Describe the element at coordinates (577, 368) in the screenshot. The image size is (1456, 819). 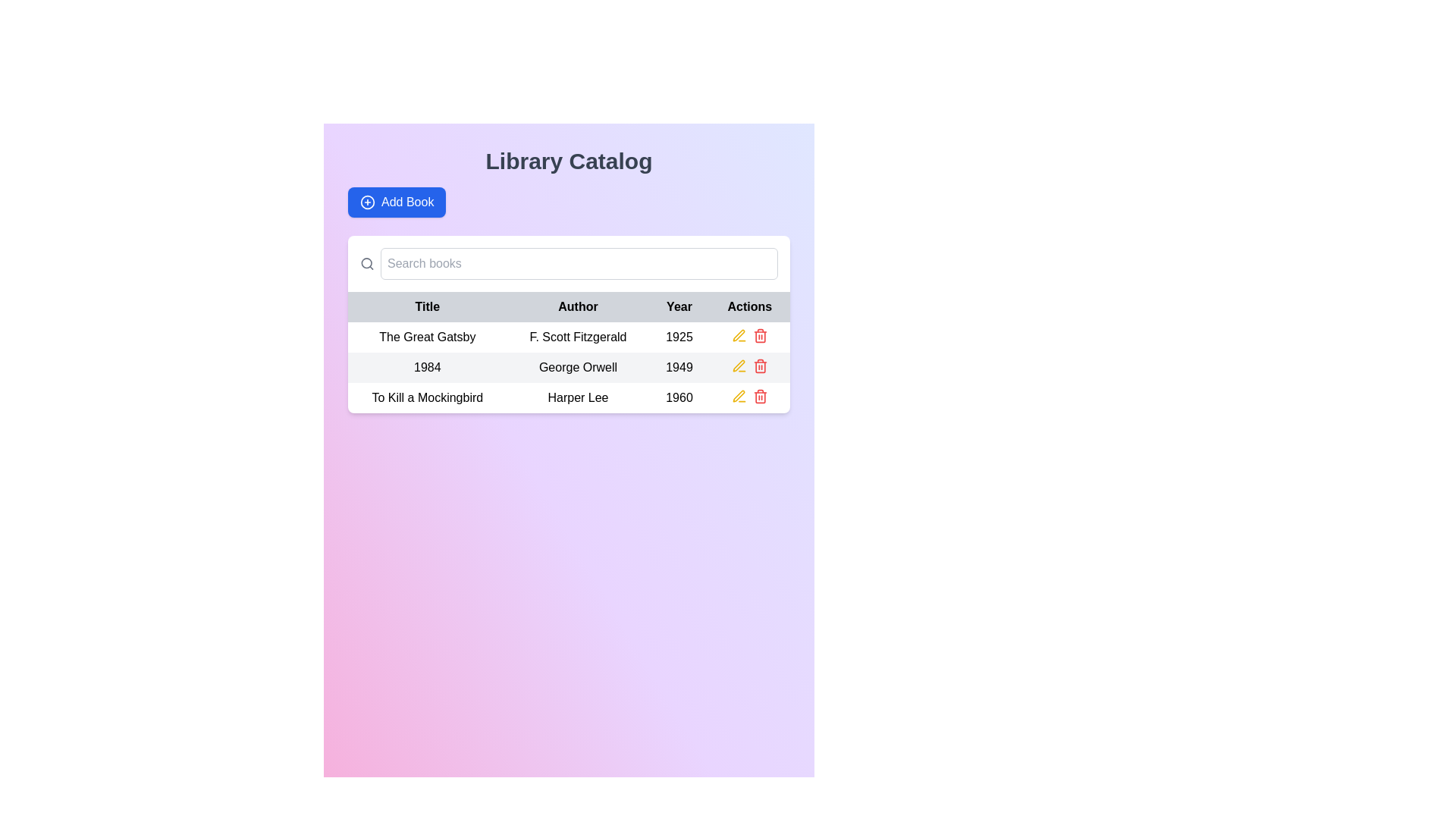
I see `the text label displaying the author's name for the book '1984', located in the second row under the 'Author' column in the table` at that location.